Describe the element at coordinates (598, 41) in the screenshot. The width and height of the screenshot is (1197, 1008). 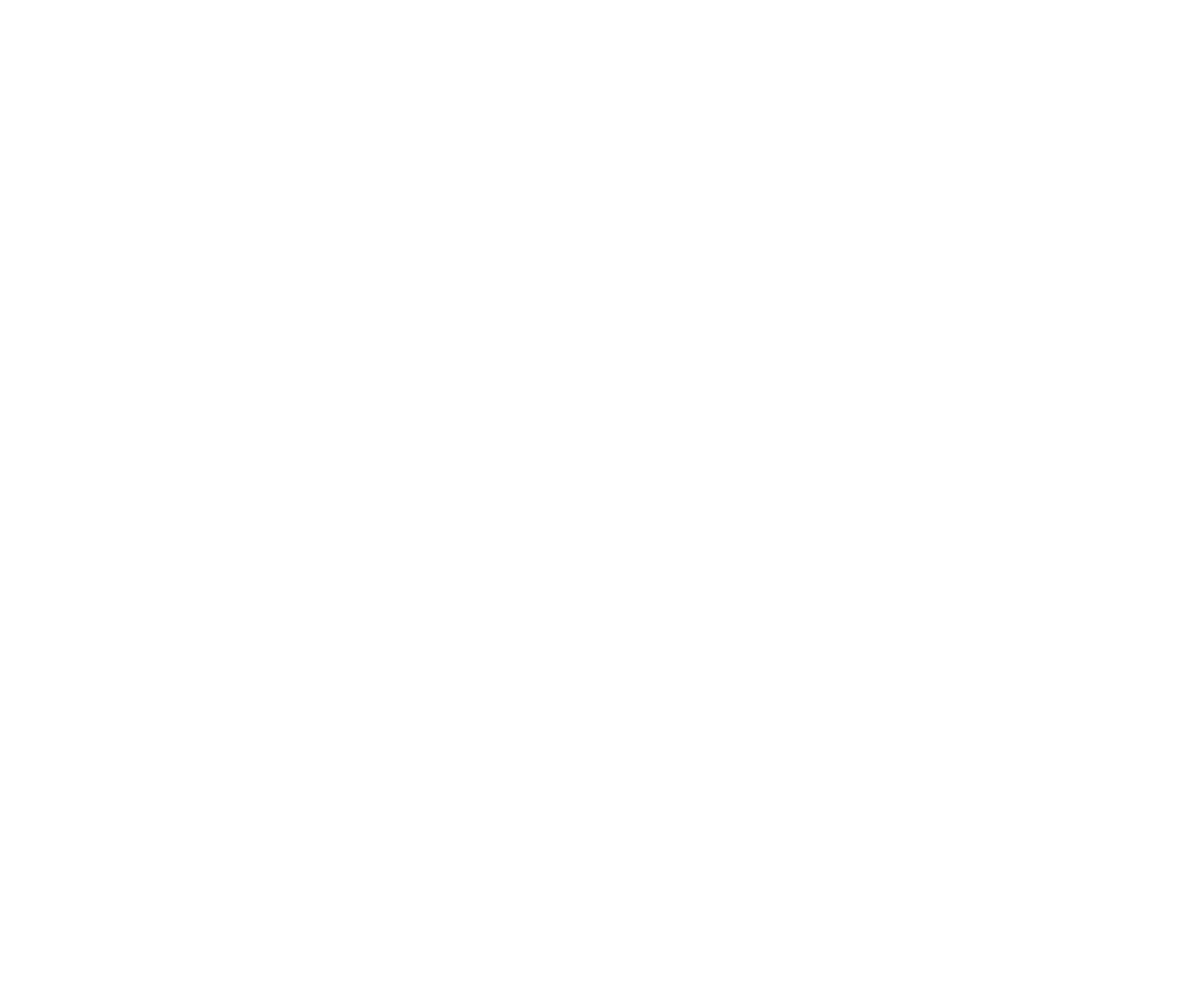
I see `'Other Ways We Meet Needs'` at that location.